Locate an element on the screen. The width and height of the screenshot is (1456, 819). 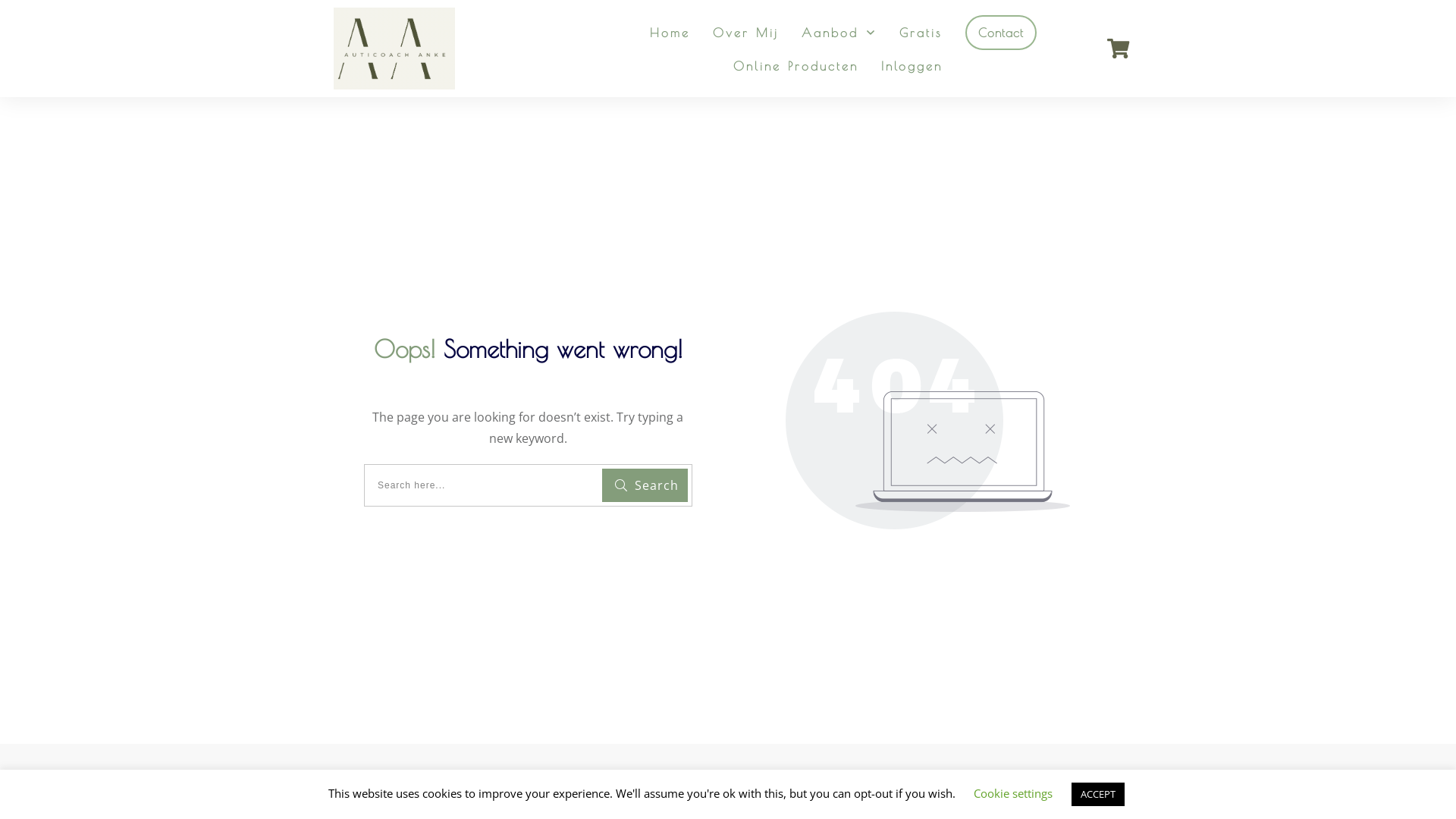
'Search' is located at coordinates (645, 485).